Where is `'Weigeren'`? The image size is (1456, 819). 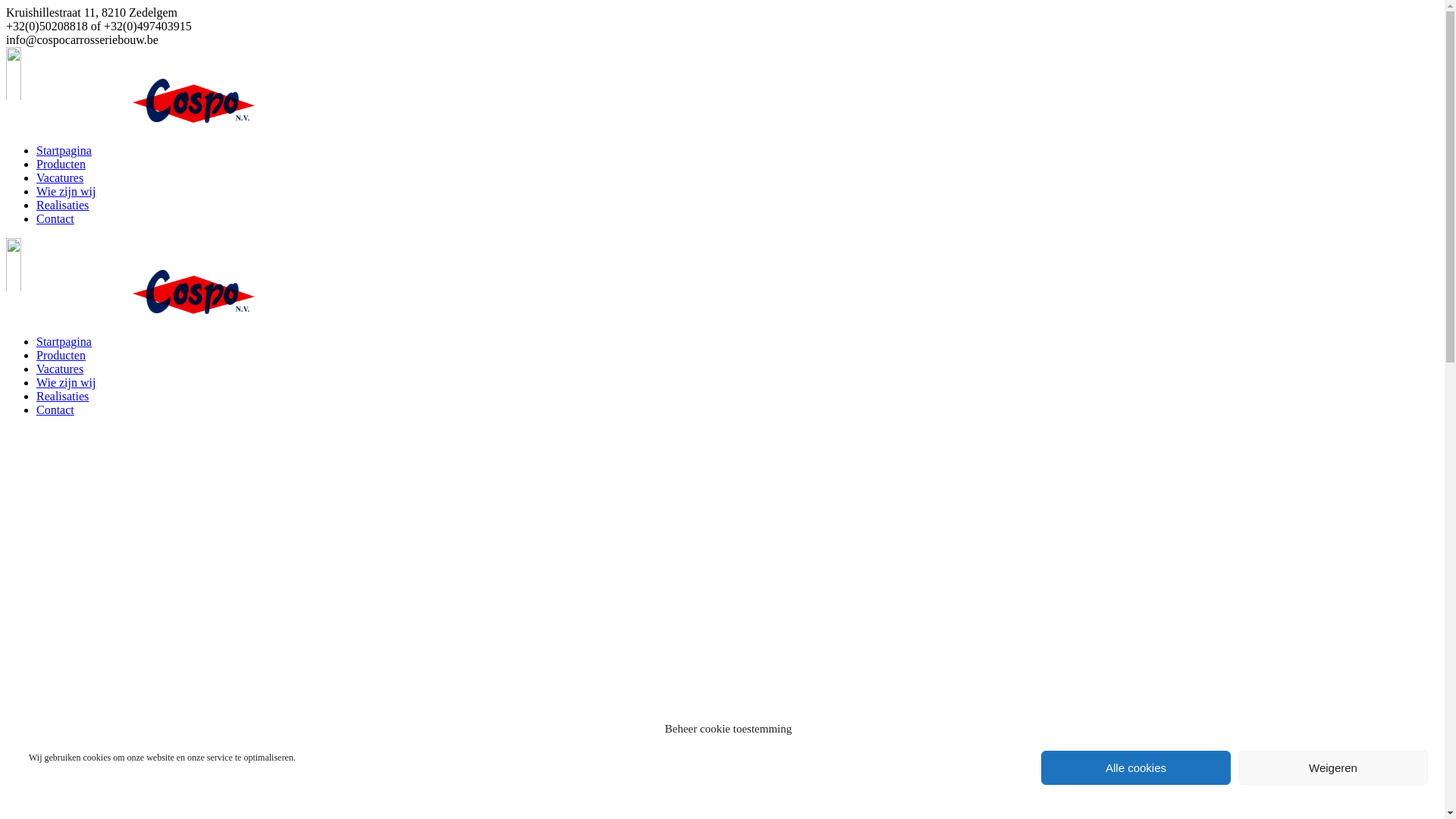 'Weigeren' is located at coordinates (1332, 767).